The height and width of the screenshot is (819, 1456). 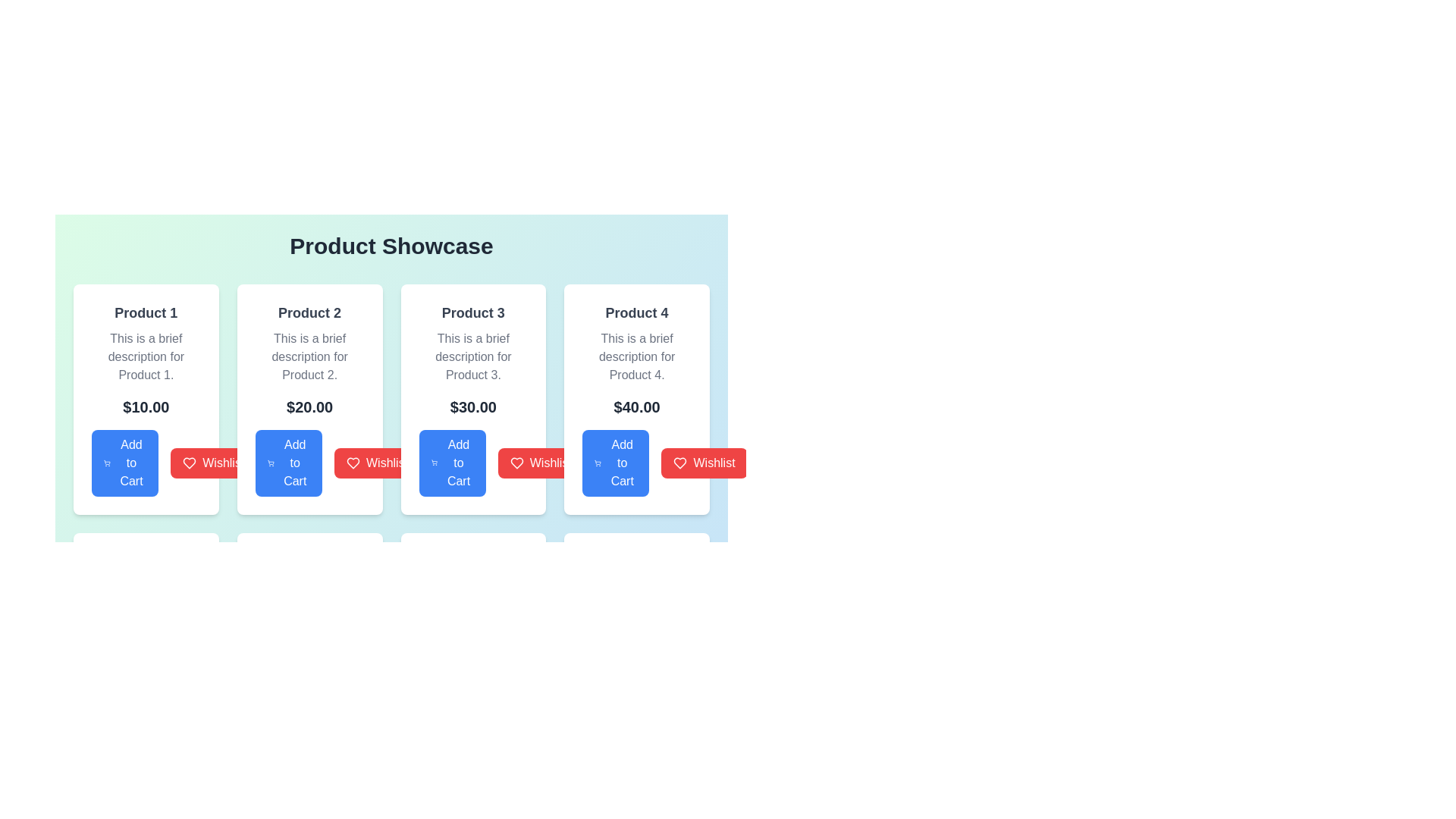 What do you see at coordinates (637, 399) in the screenshot?
I see `the product card displaying details about 'Product 4', which is the fourth card in a grid layout of eight product cards` at bounding box center [637, 399].